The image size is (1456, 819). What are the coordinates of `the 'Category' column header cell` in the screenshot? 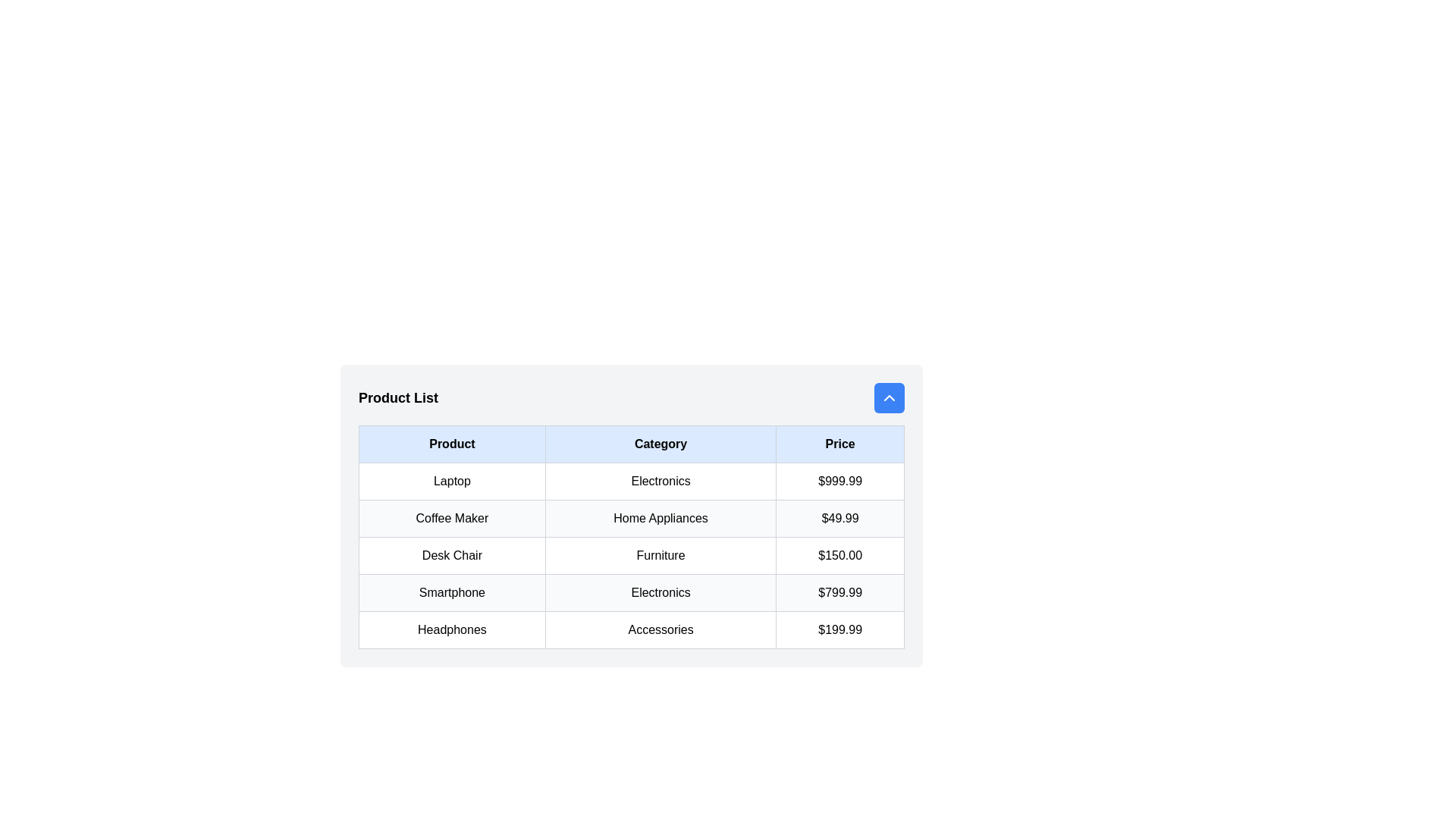 It's located at (661, 444).